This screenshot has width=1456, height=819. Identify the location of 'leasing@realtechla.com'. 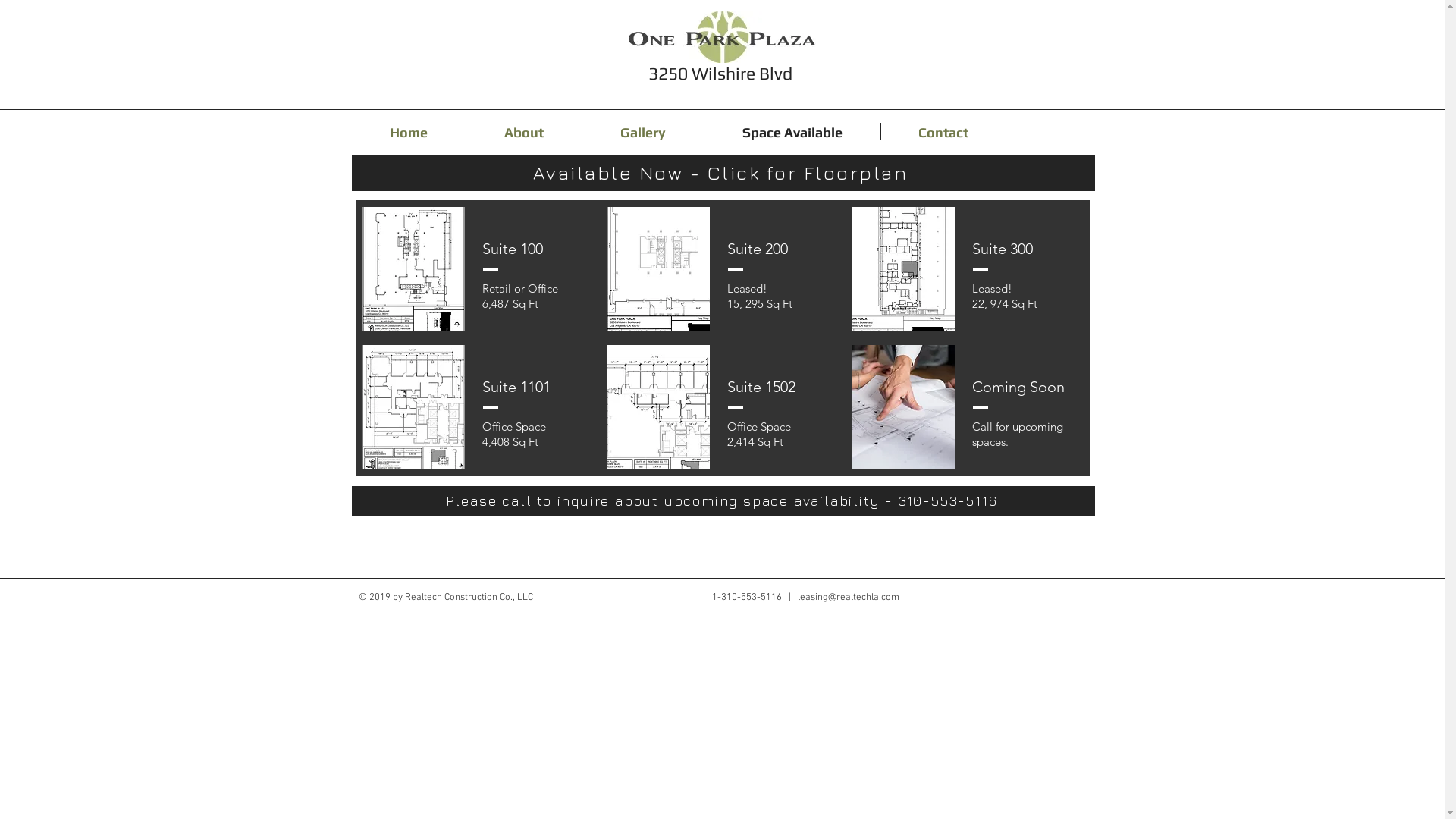
(847, 596).